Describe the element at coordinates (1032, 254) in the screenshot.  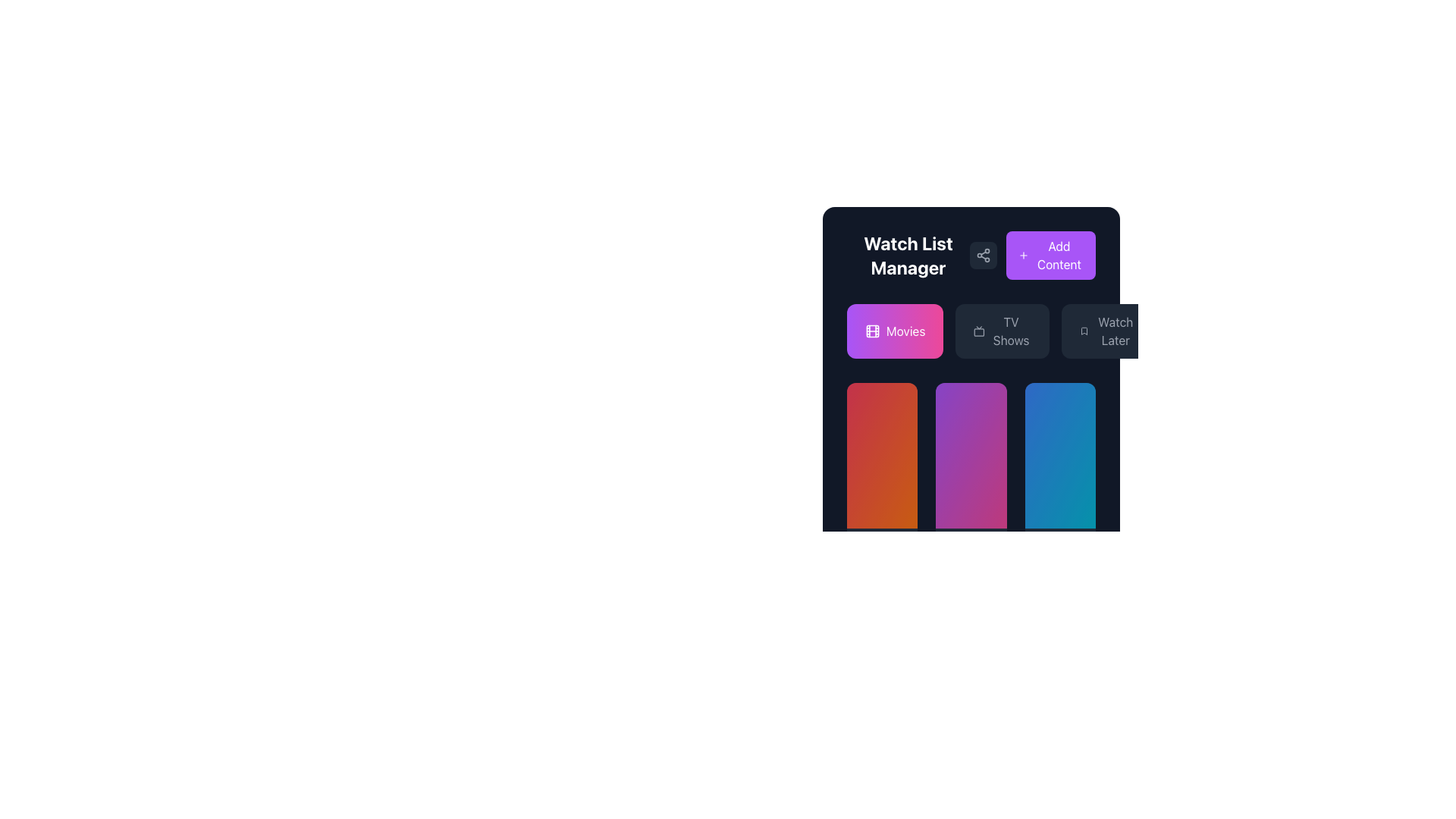
I see `the purple 'Add Content' button with a white plus icon located in the 'Watch List Manager' panel` at that location.